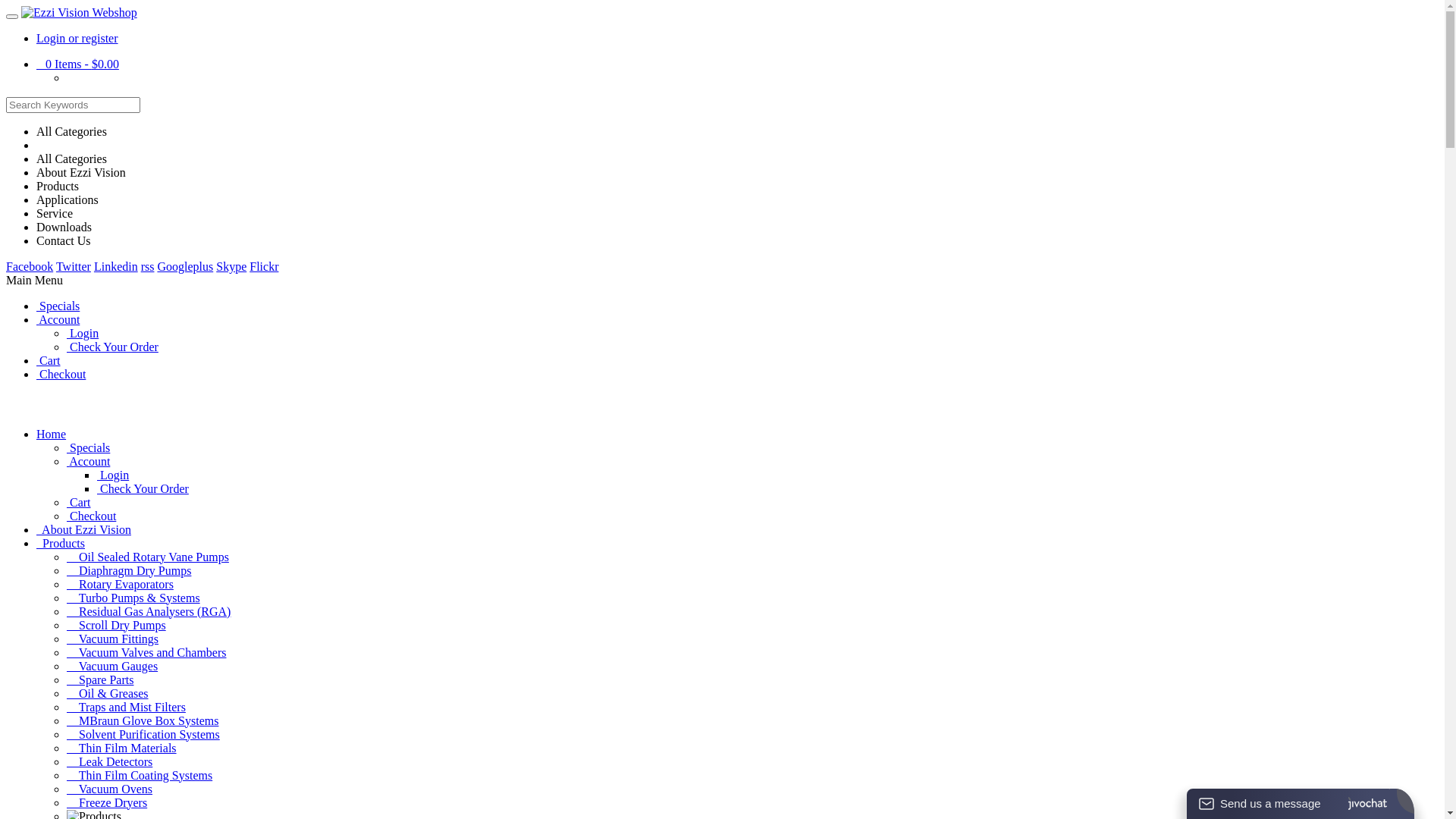 This screenshot has width=1456, height=819. I want to click on 'Service', so click(55, 213).